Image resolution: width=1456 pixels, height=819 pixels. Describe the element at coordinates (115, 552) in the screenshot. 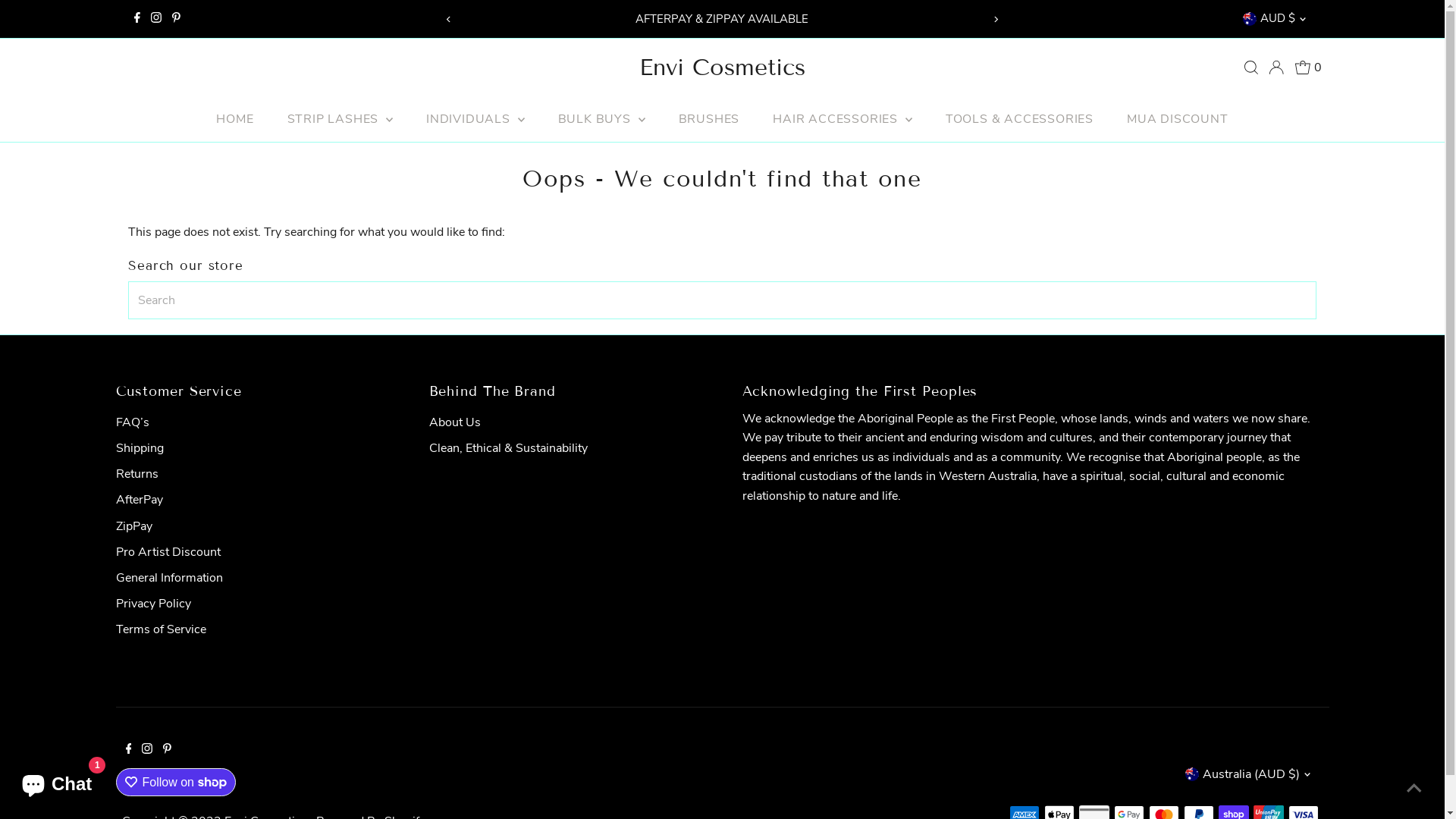

I see `'Pro Artist Discount'` at that location.